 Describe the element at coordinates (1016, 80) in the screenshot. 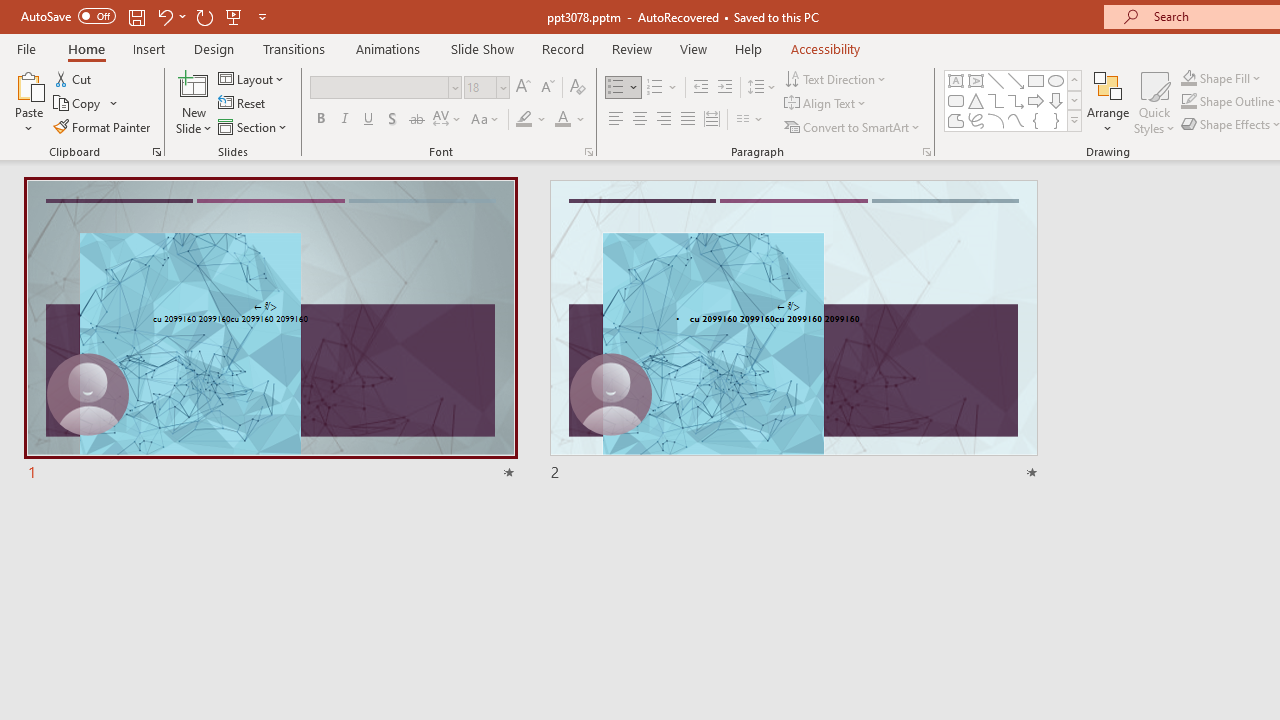

I see `'Line Arrow'` at that location.